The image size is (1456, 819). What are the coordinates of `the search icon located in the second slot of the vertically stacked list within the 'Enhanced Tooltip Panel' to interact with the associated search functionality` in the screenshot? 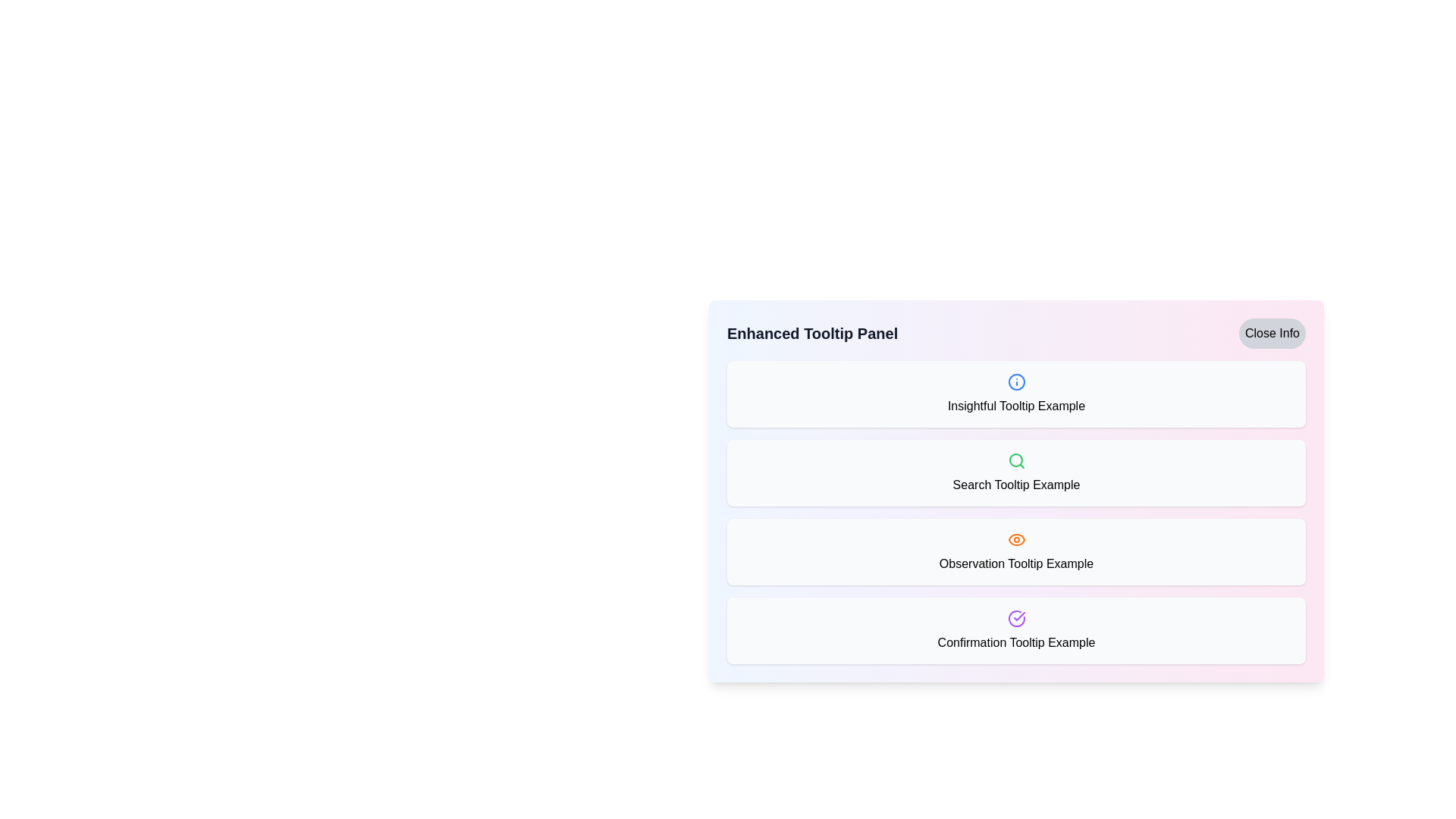 It's located at (1016, 460).